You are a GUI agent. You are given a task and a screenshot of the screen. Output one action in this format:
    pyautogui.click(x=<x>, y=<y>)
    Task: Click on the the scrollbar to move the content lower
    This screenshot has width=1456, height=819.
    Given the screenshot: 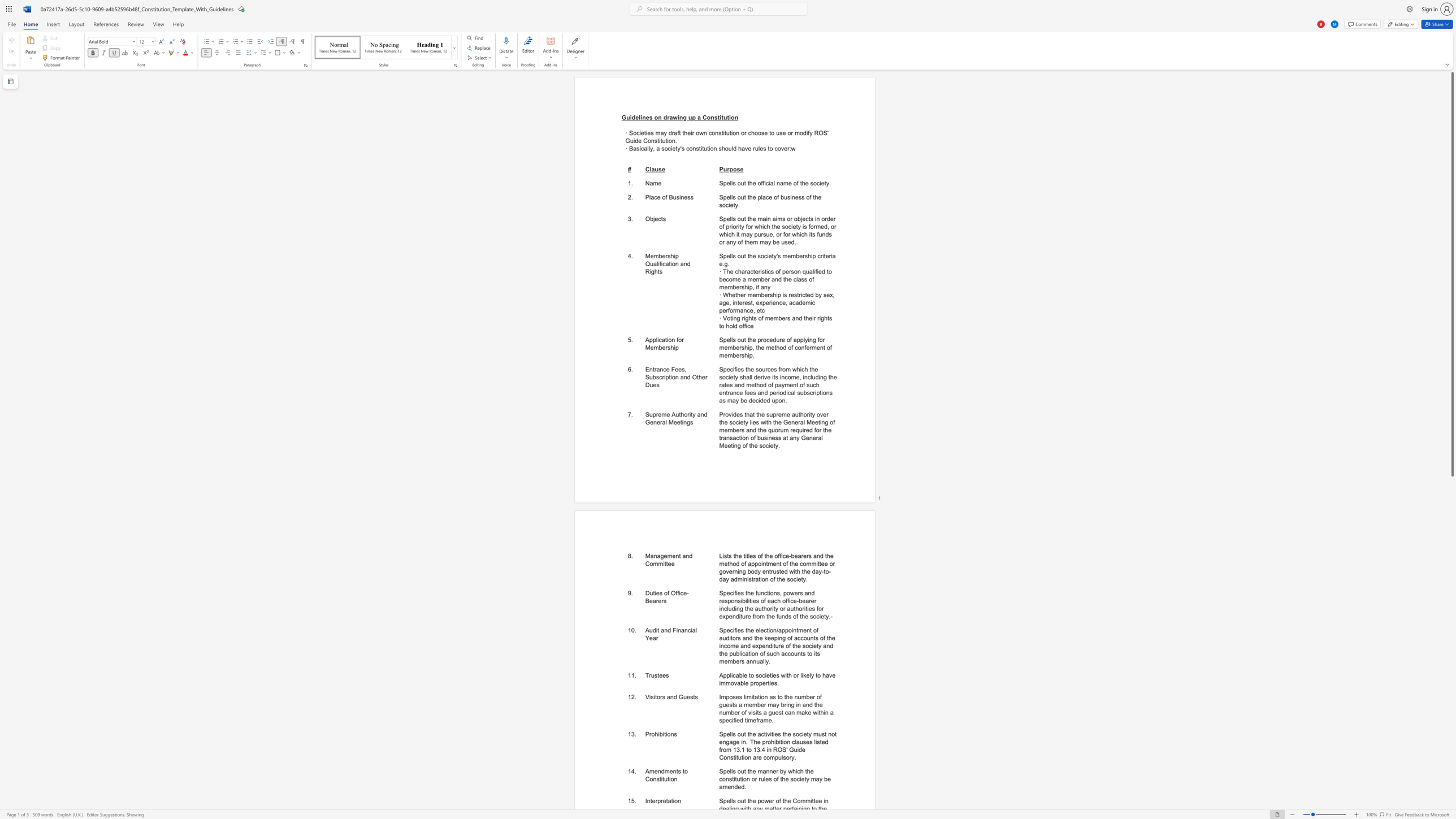 What is the action you would take?
    pyautogui.click(x=1451, y=633)
    